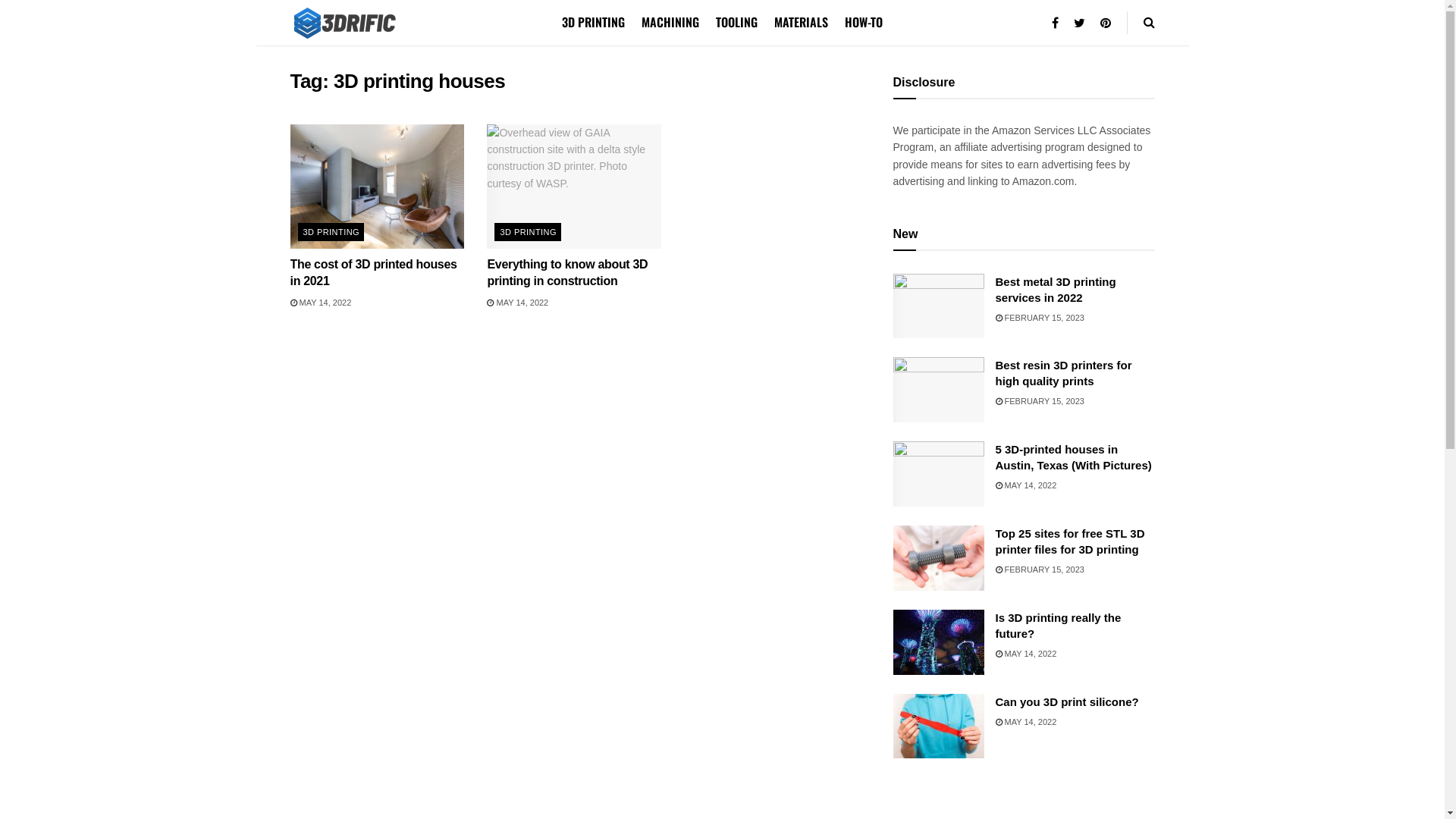 The width and height of the screenshot is (1456, 819). What do you see at coordinates (736, 22) in the screenshot?
I see `'TOOLING'` at bounding box center [736, 22].